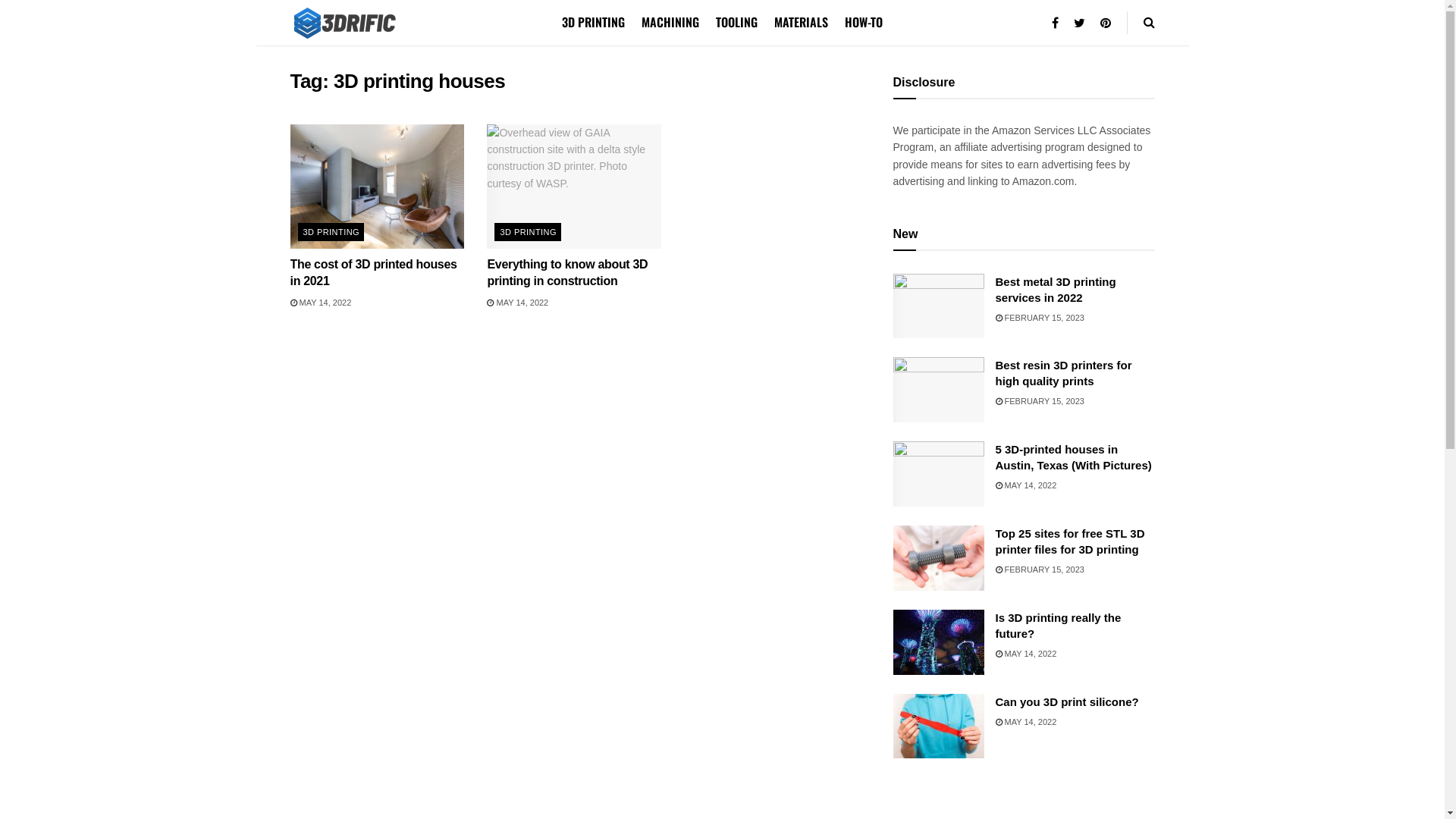 The width and height of the screenshot is (1456, 819). What do you see at coordinates (736, 22) in the screenshot?
I see `'TOOLING'` at bounding box center [736, 22].